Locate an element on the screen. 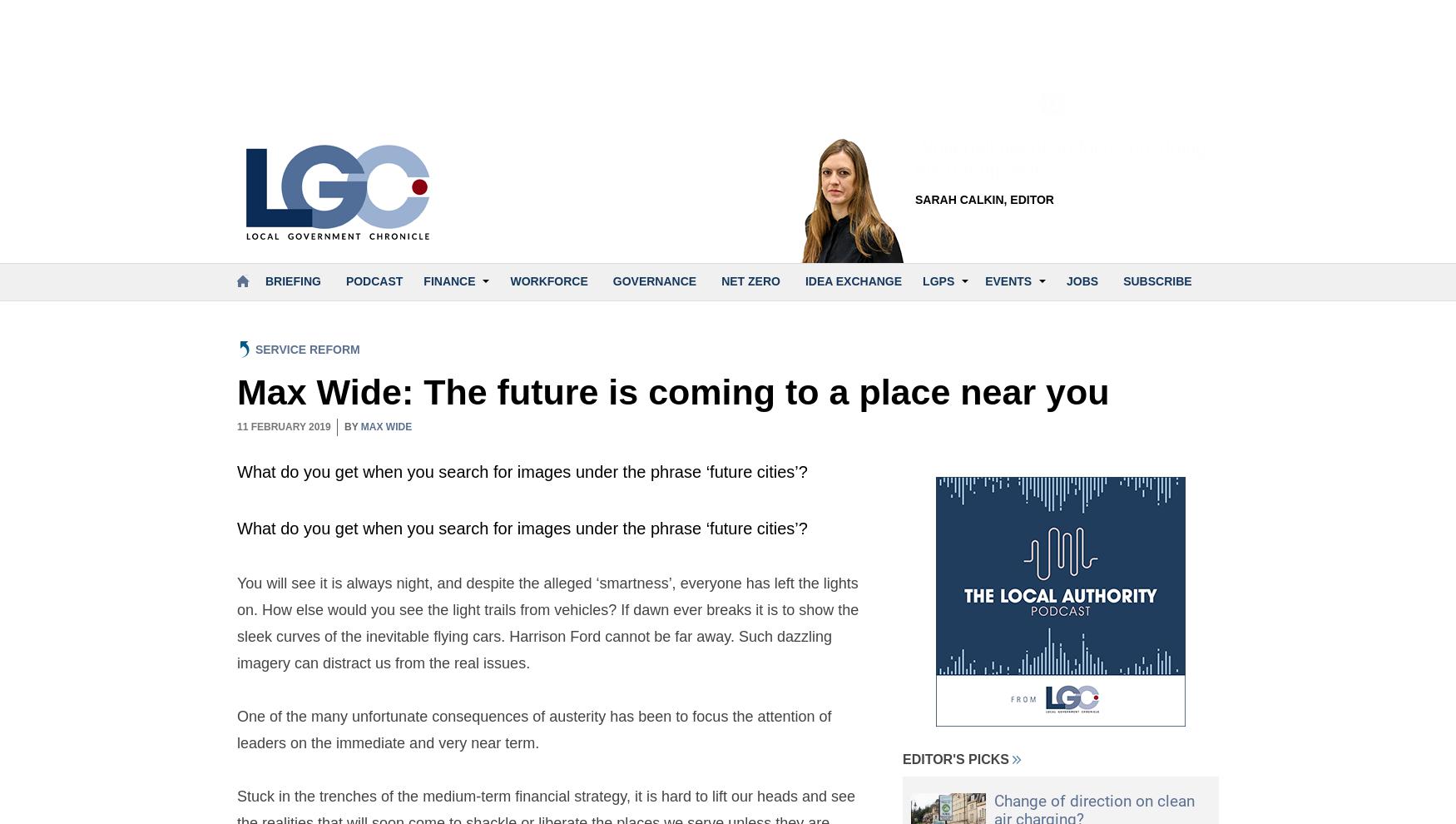 The height and width of the screenshot is (824, 1456). 'LGPS' is located at coordinates (938, 280).